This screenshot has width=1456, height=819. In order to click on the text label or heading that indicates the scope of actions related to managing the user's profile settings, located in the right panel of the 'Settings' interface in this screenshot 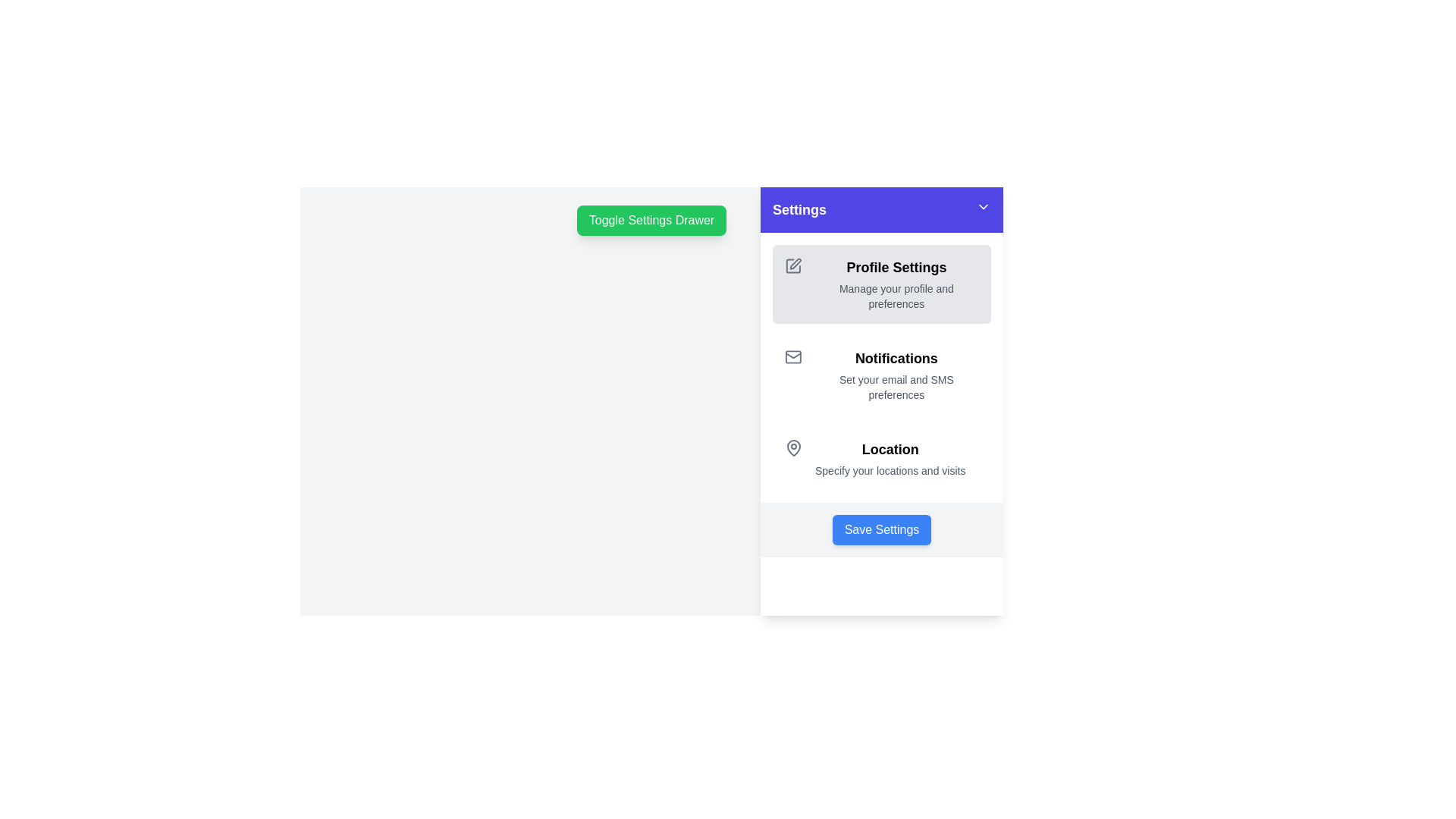, I will do `click(896, 267)`.